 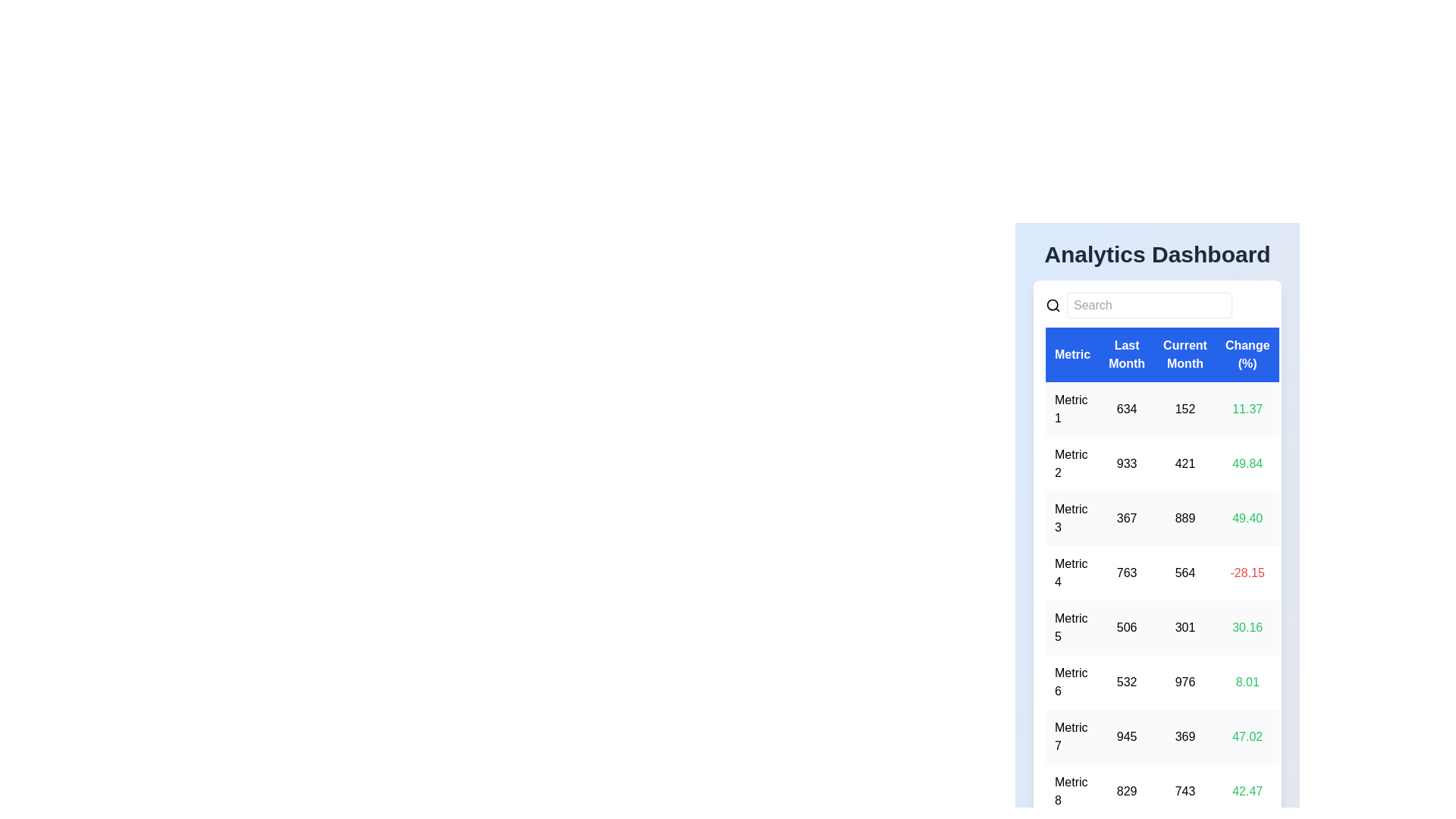 What do you see at coordinates (1156, 253) in the screenshot?
I see `the header text 'Analytics Dashboard'` at bounding box center [1156, 253].